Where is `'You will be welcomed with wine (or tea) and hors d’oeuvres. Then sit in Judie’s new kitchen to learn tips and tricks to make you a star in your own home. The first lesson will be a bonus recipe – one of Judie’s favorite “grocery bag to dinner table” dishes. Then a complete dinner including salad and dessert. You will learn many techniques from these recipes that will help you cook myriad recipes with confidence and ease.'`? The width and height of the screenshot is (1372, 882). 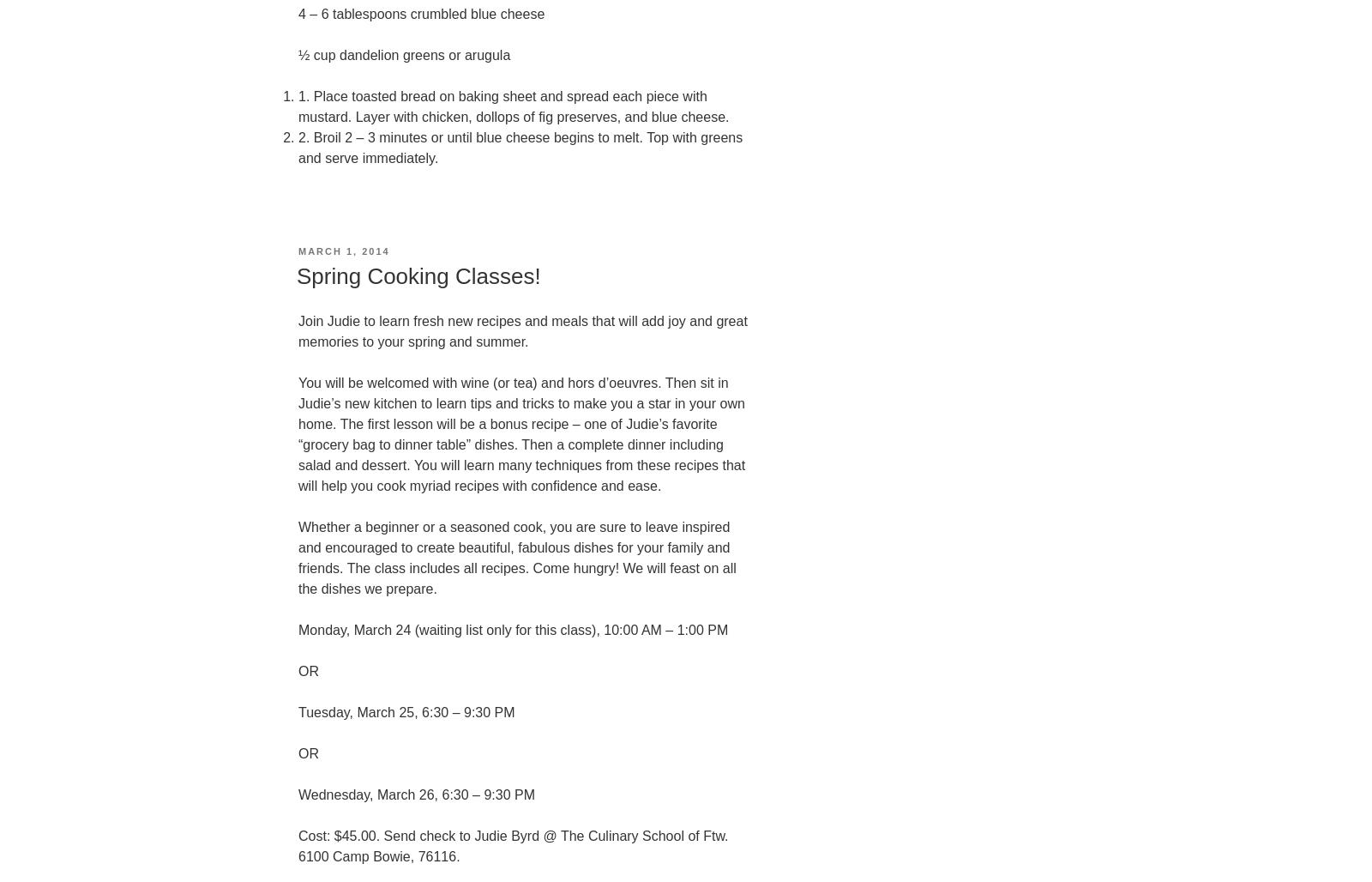 'You will be welcomed with wine (or tea) and hors d’oeuvres. Then sit in Judie’s new kitchen to learn tips and tricks to make you a star in your own home. The first lesson will be a bonus recipe – one of Judie’s favorite “grocery bag to dinner table” dishes. Then a complete dinner including salad and dessert. You will learn many techniques from these recipes that will help you cook myriad recipes with confidence and ease.' is located at coordinates (521, 432).